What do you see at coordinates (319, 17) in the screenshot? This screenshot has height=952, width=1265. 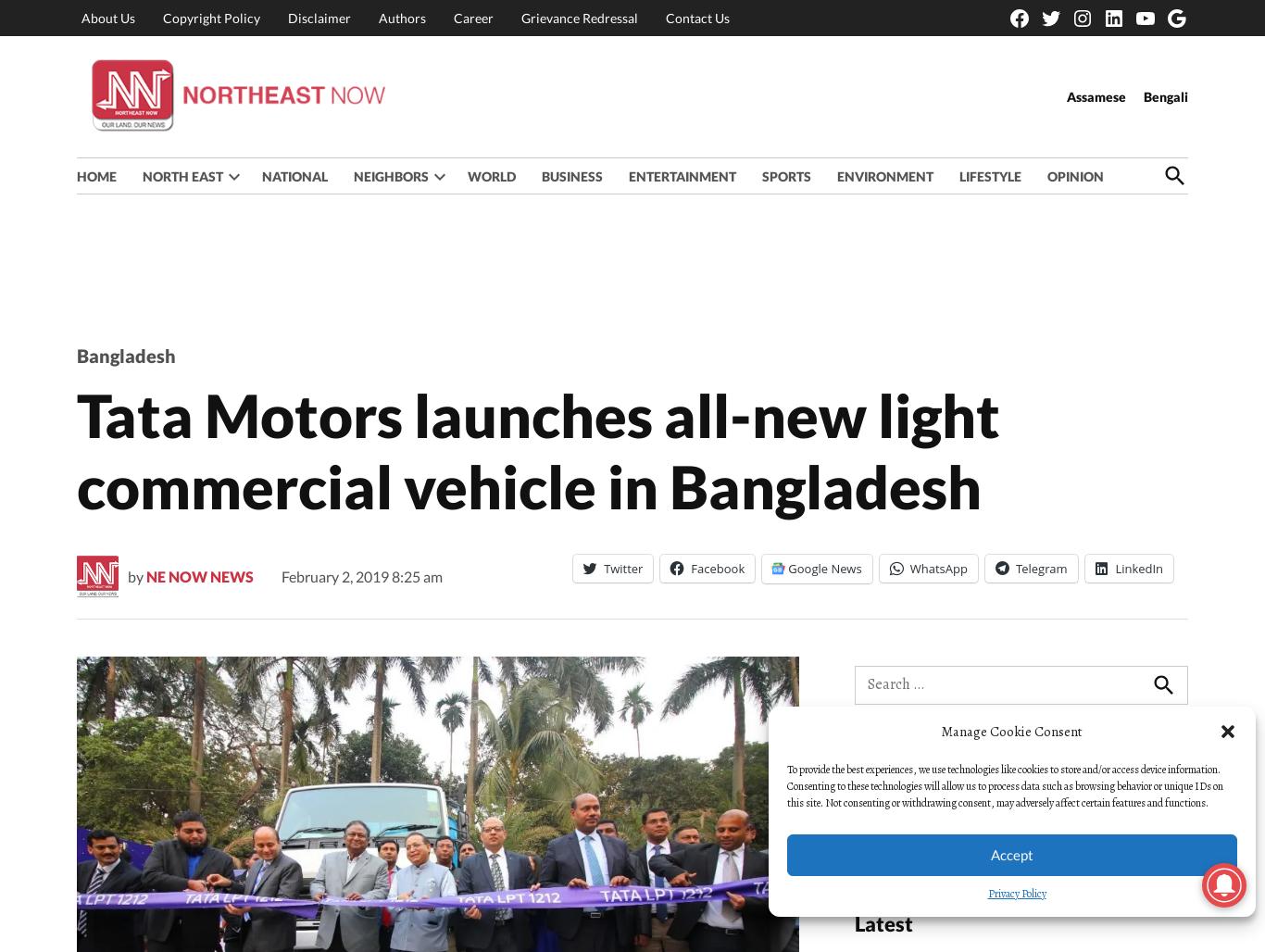 I see `'Disclaimer'` at bounding box center [319, 17].